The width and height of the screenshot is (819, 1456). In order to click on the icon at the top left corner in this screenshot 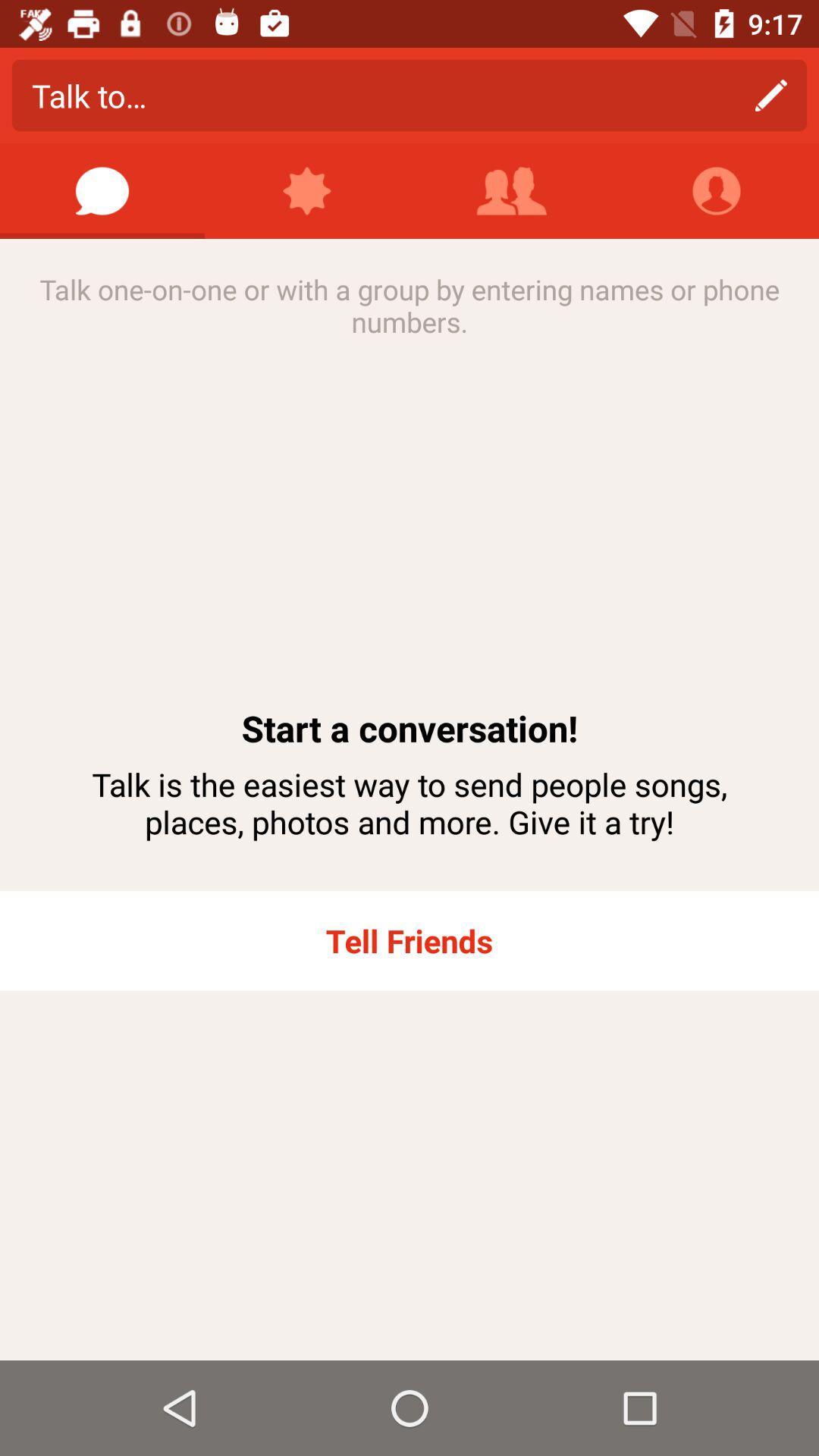, I will do `click(102, 190)`.